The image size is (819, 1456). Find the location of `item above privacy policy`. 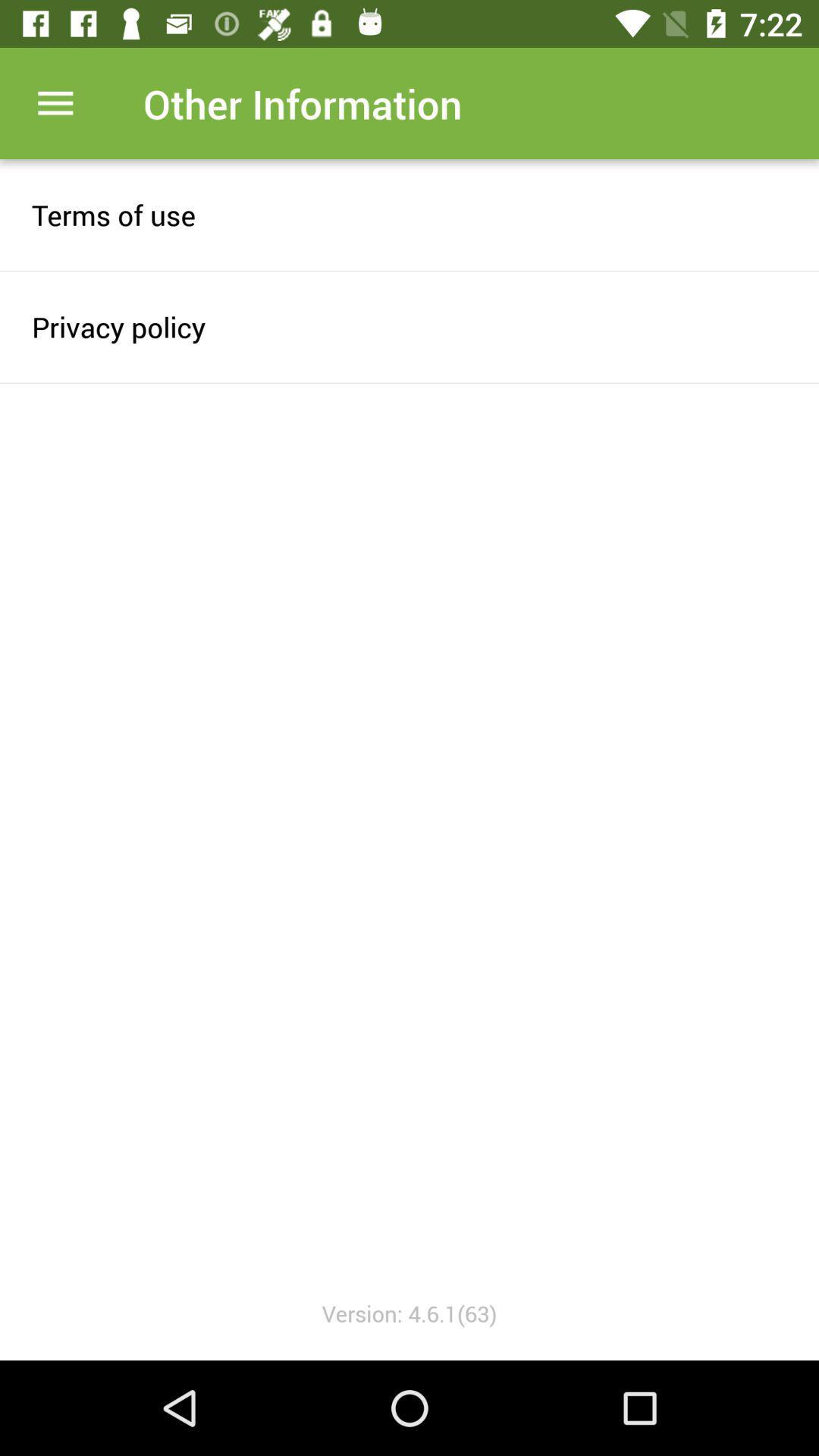

item above privacy policy is located at coordinates (409, 214).